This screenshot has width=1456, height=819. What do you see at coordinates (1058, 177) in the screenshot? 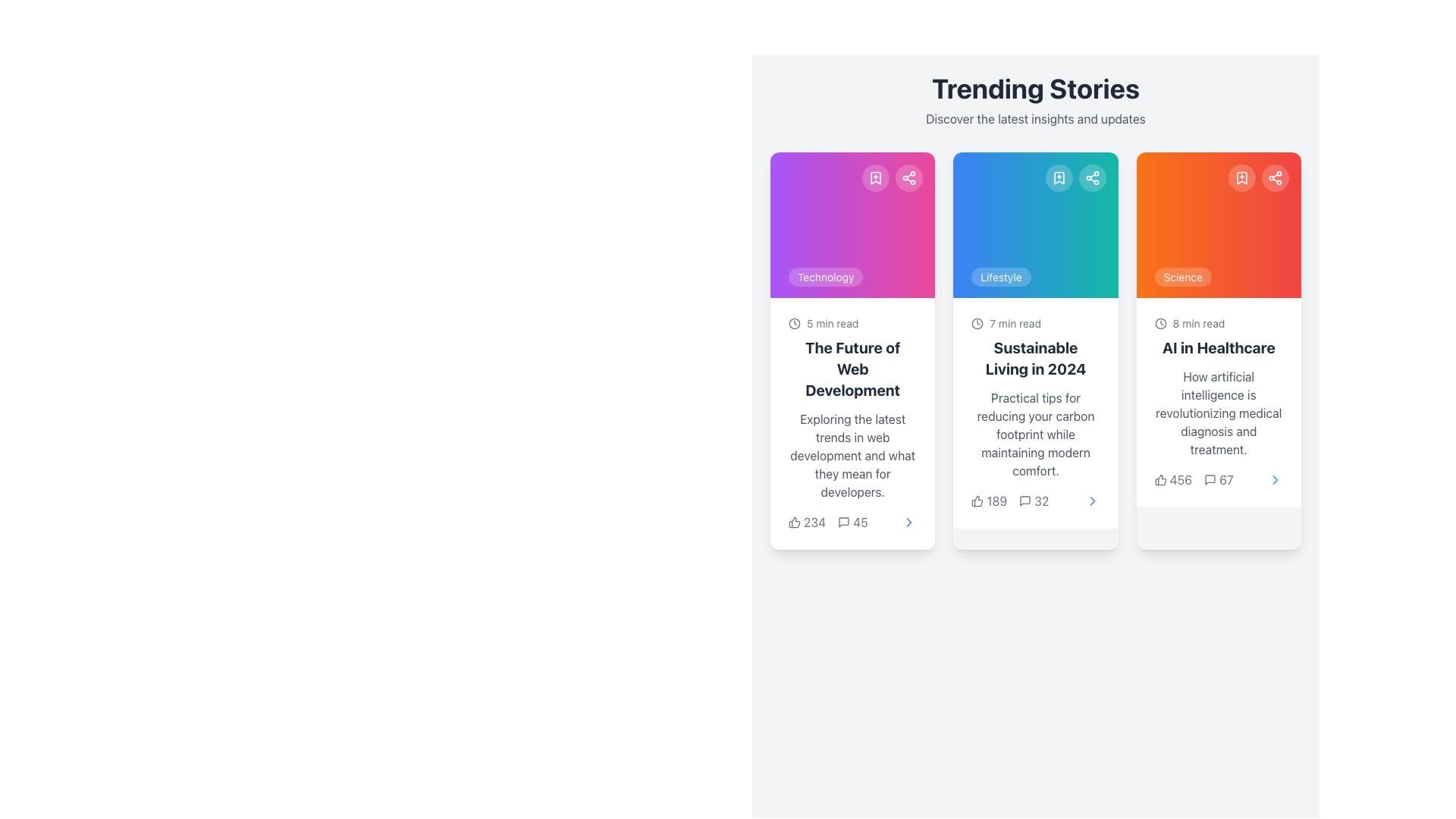
I see `the bookmark button in the top-right corner of the second card in the 'Trending Stories' section` at bounding box center [1058, 177].